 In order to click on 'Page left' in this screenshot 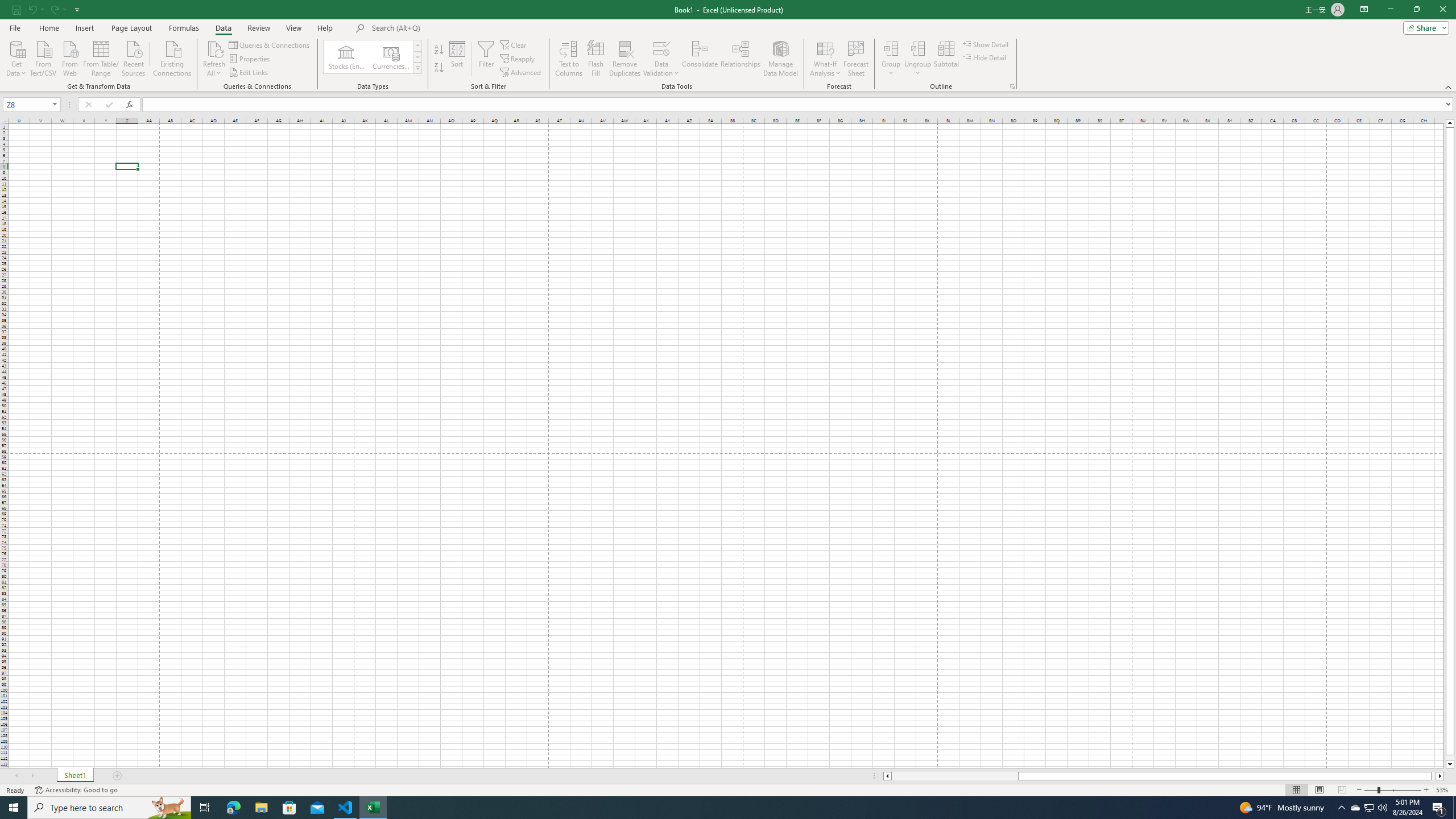, I will do `click(954, 775)`.